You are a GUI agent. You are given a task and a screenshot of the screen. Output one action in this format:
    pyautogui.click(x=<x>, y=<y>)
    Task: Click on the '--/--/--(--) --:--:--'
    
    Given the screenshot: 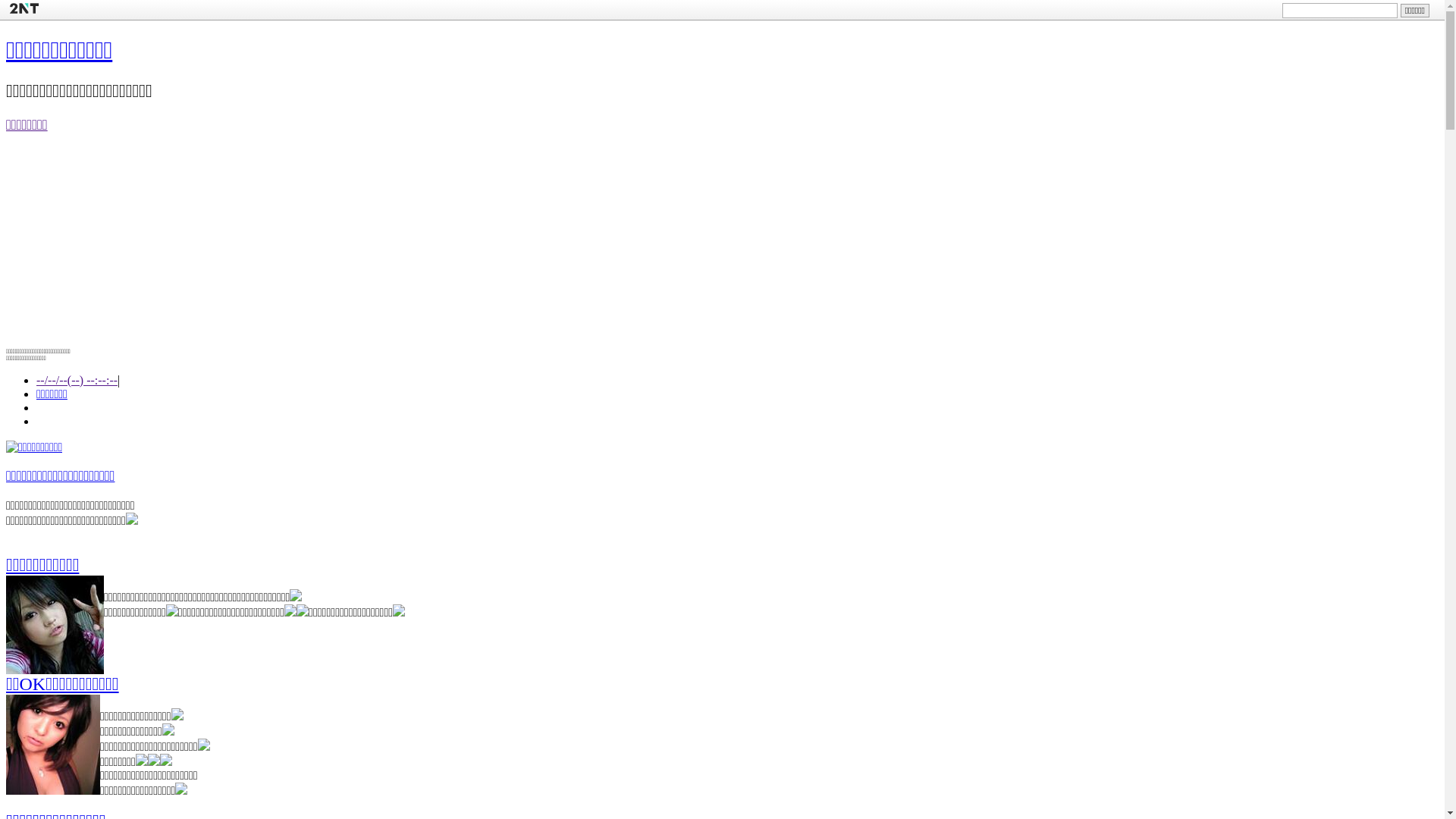 What is the action you would take?
    pyautogui.click(x=76, y=378)
    